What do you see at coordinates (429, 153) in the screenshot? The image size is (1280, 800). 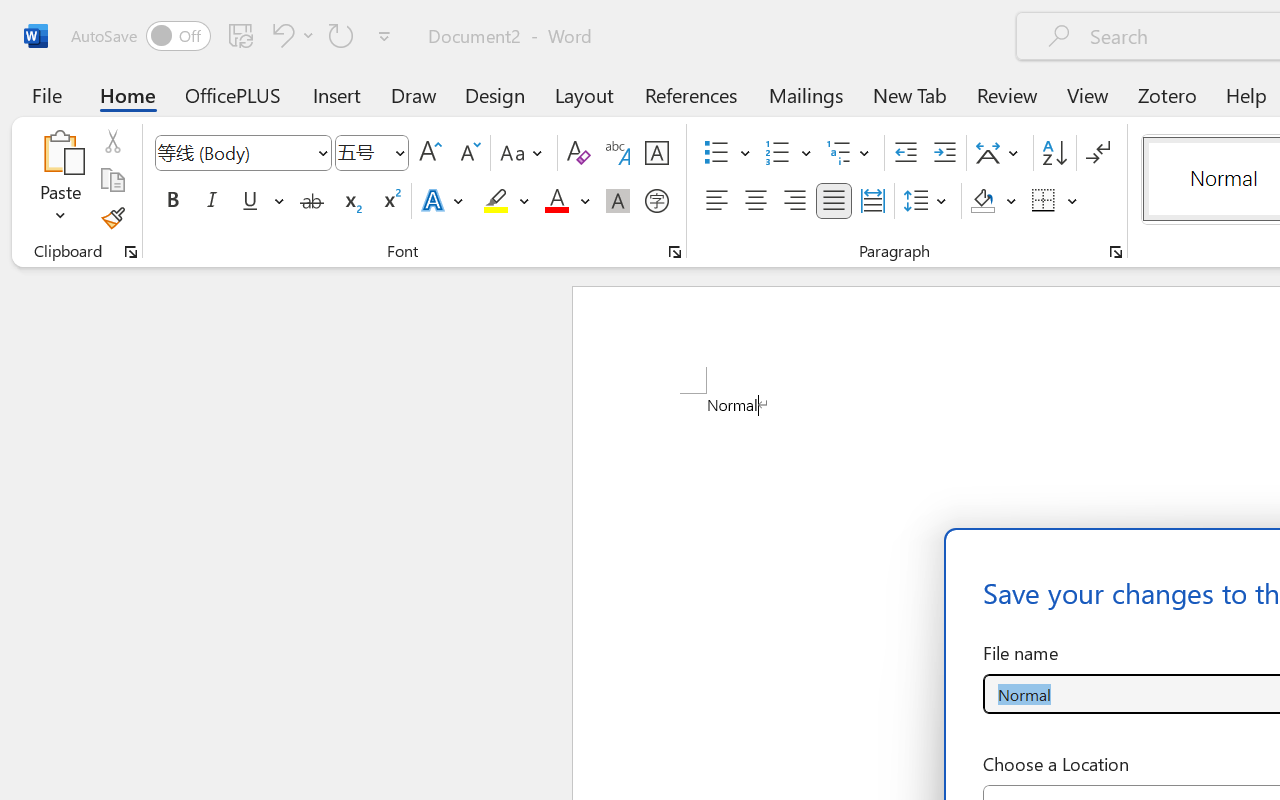 I see `'Grow Font'` at bounding box center [429, 153].